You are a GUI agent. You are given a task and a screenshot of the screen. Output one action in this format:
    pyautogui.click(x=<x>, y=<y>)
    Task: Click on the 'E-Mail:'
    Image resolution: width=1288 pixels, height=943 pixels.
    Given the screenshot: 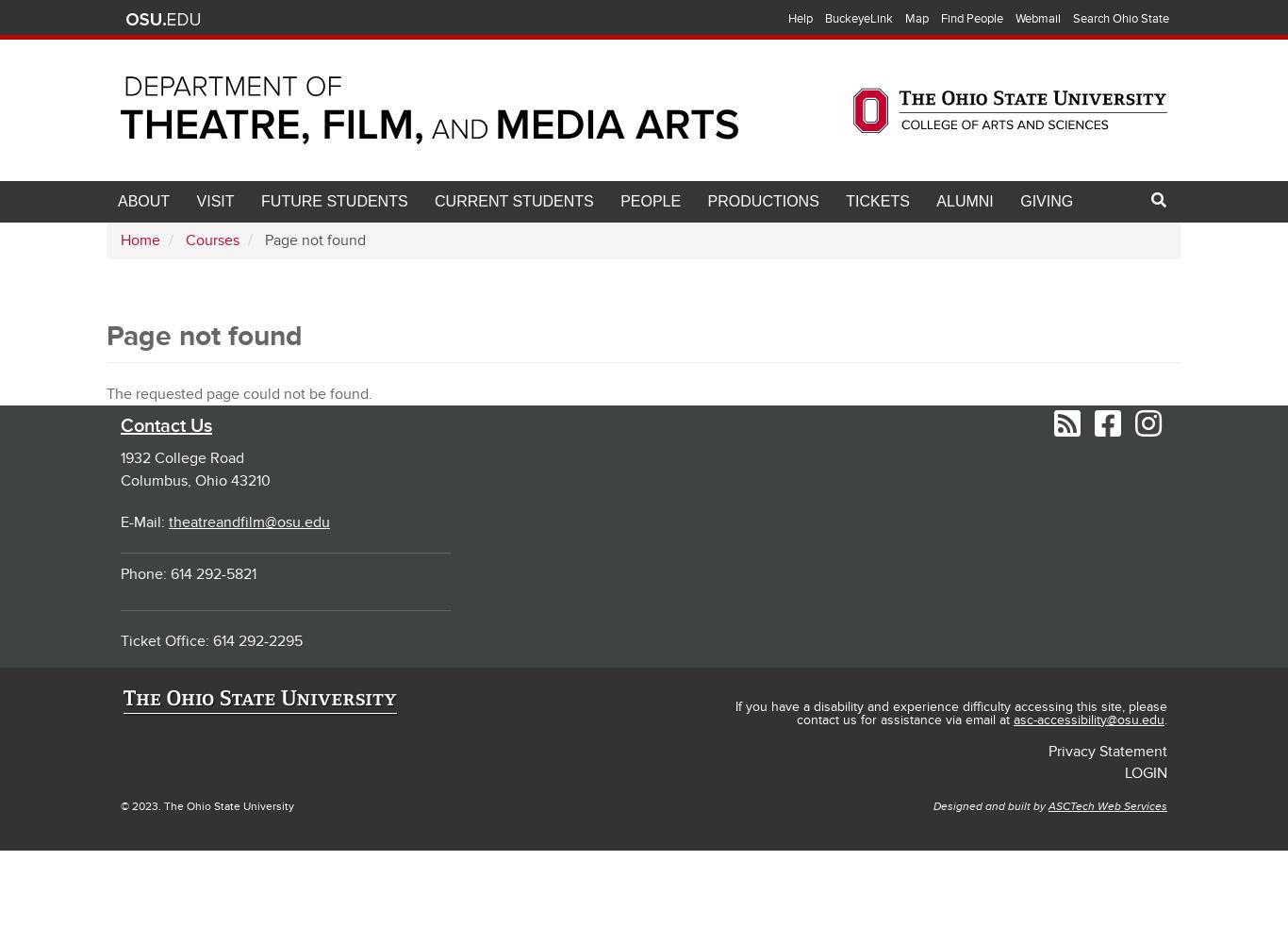 What is the action you would take?
    pyautogui.click(x=143, y=521)
    